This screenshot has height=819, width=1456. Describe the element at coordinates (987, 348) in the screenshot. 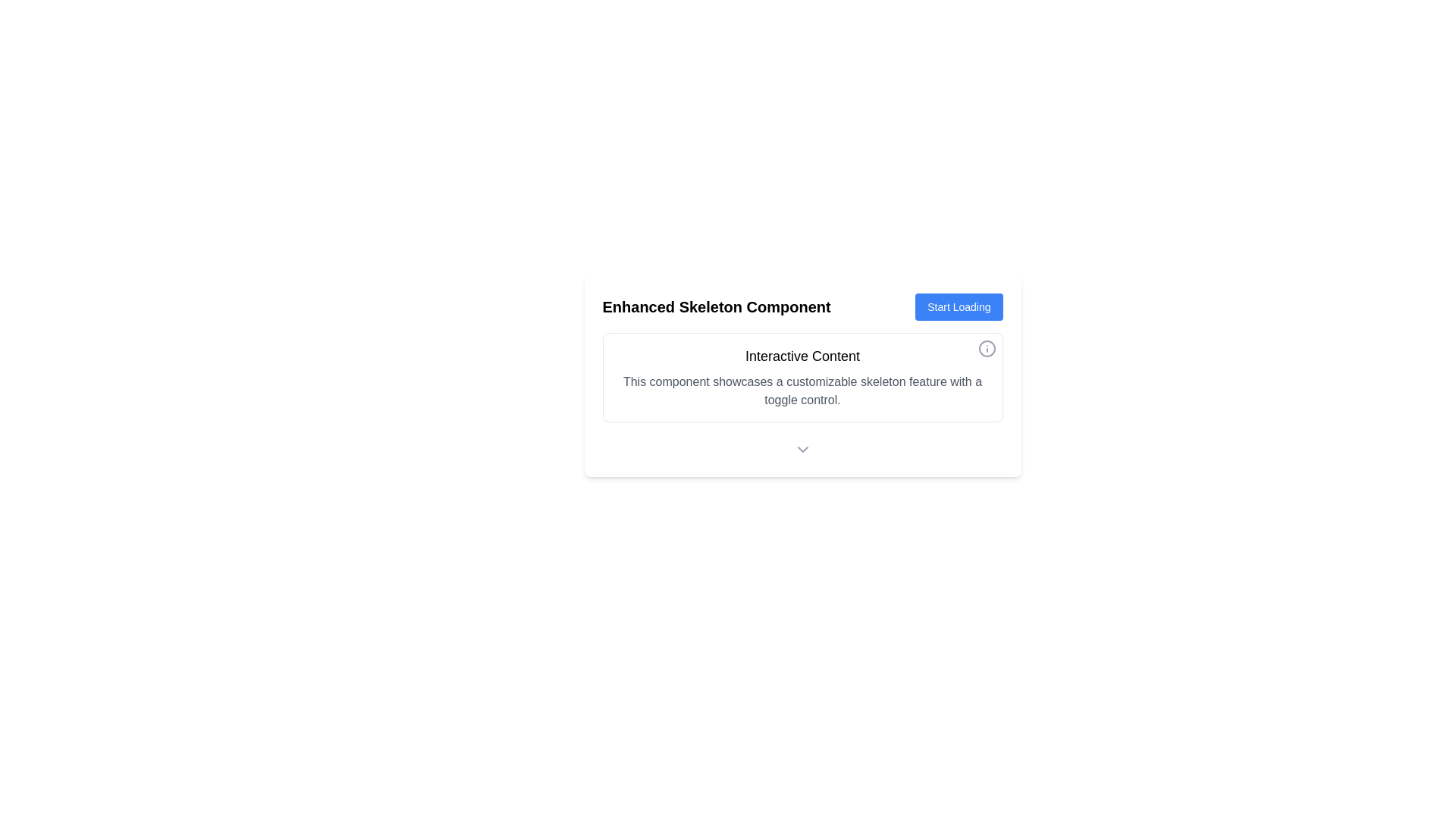

I see `the gray circular icon resembling an information symbol located at the top-right corner of the box labeled 'Interactive Content'` at that location.